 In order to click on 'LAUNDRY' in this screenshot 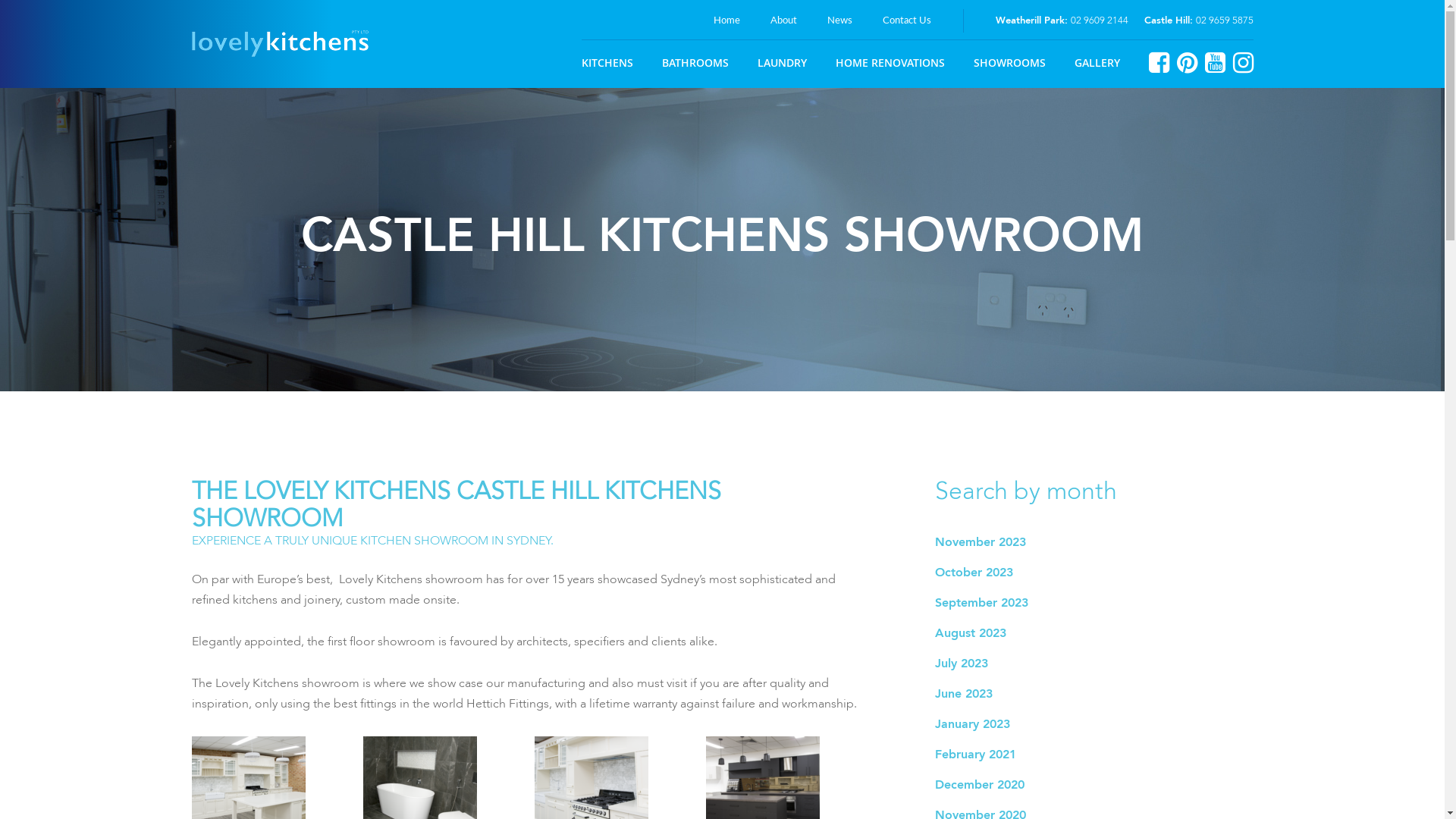, I will do `click(757, 61)`.